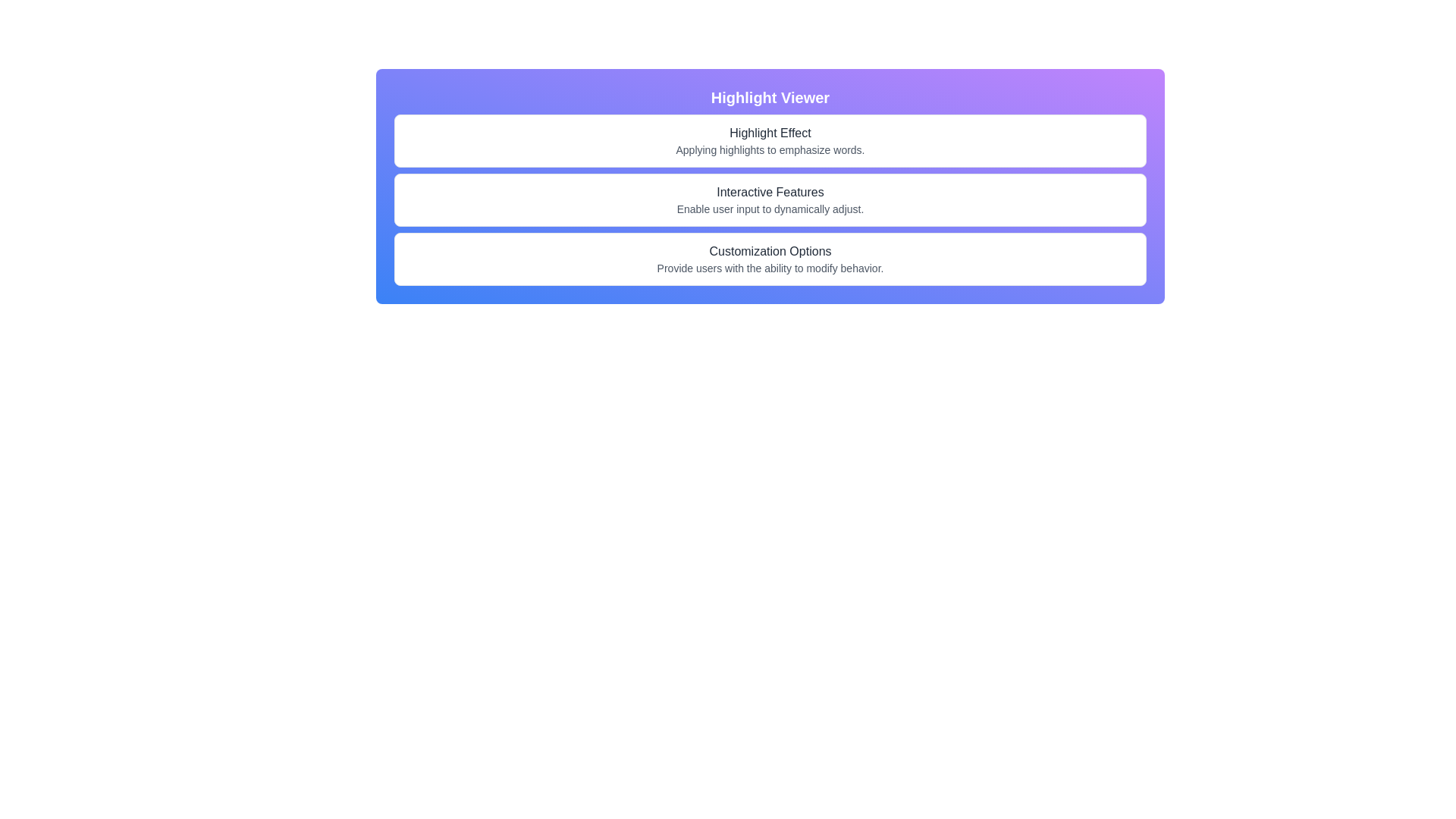 The width and height of the screenshot is (1456, 819). What do you see at coordinates (739, 132) in the screenshot?
I see `the text 'Highlight Effect', specifically the second 'i' in 'Highlight'` at bounding box center [739, 132].